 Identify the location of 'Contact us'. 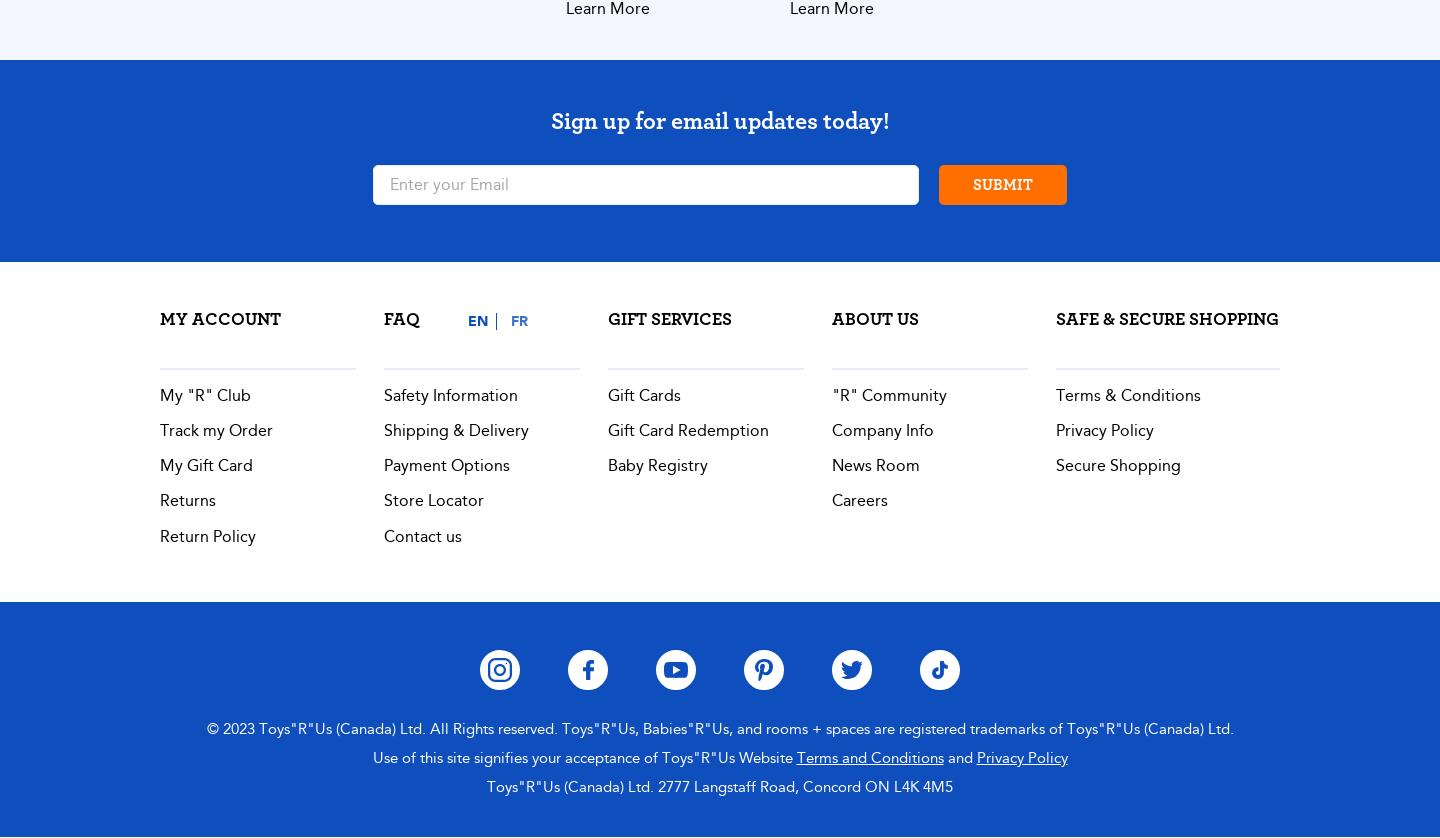
(423, 535).